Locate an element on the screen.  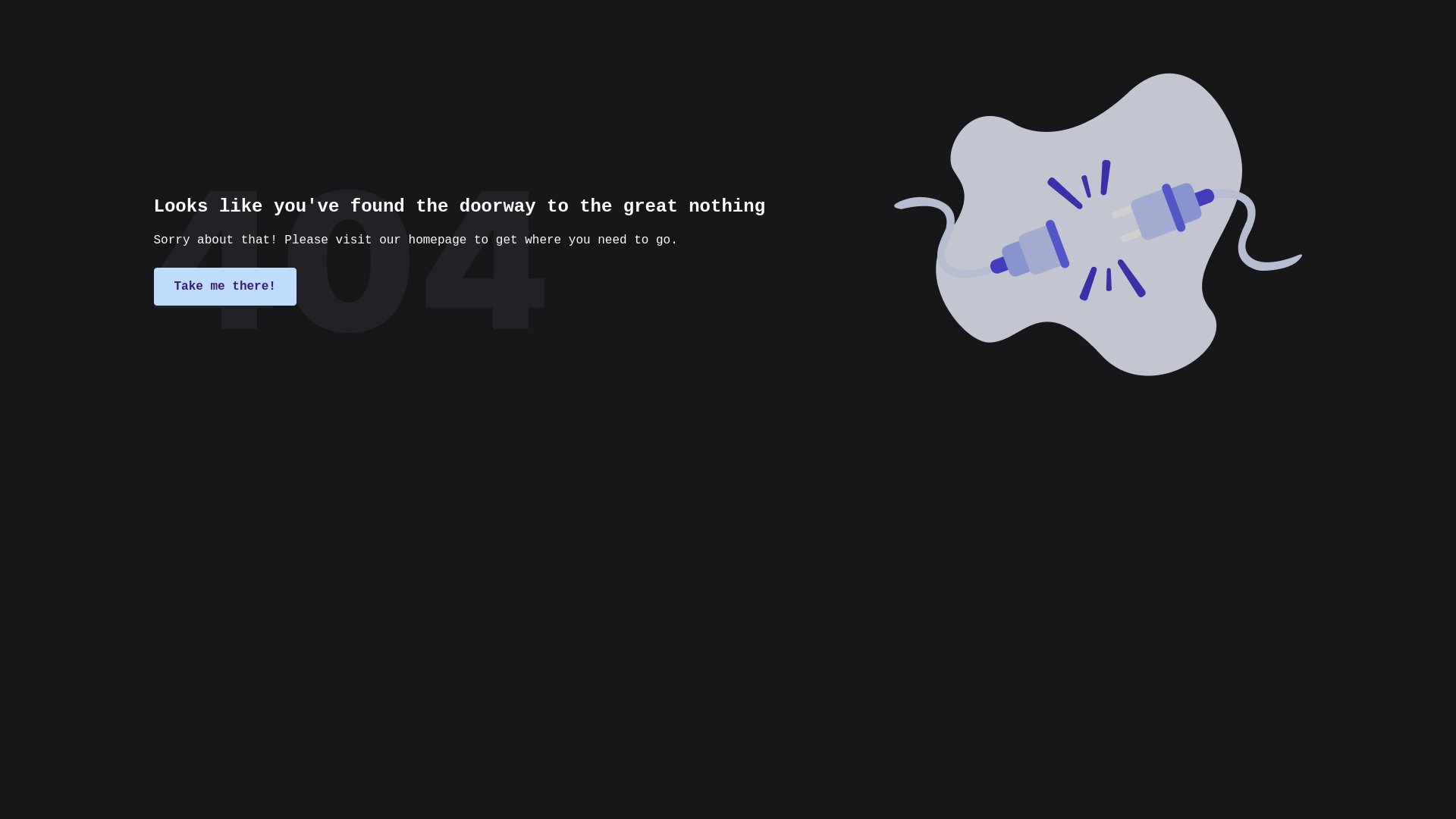
'Take me there!' is located at coordinates (224, 287).